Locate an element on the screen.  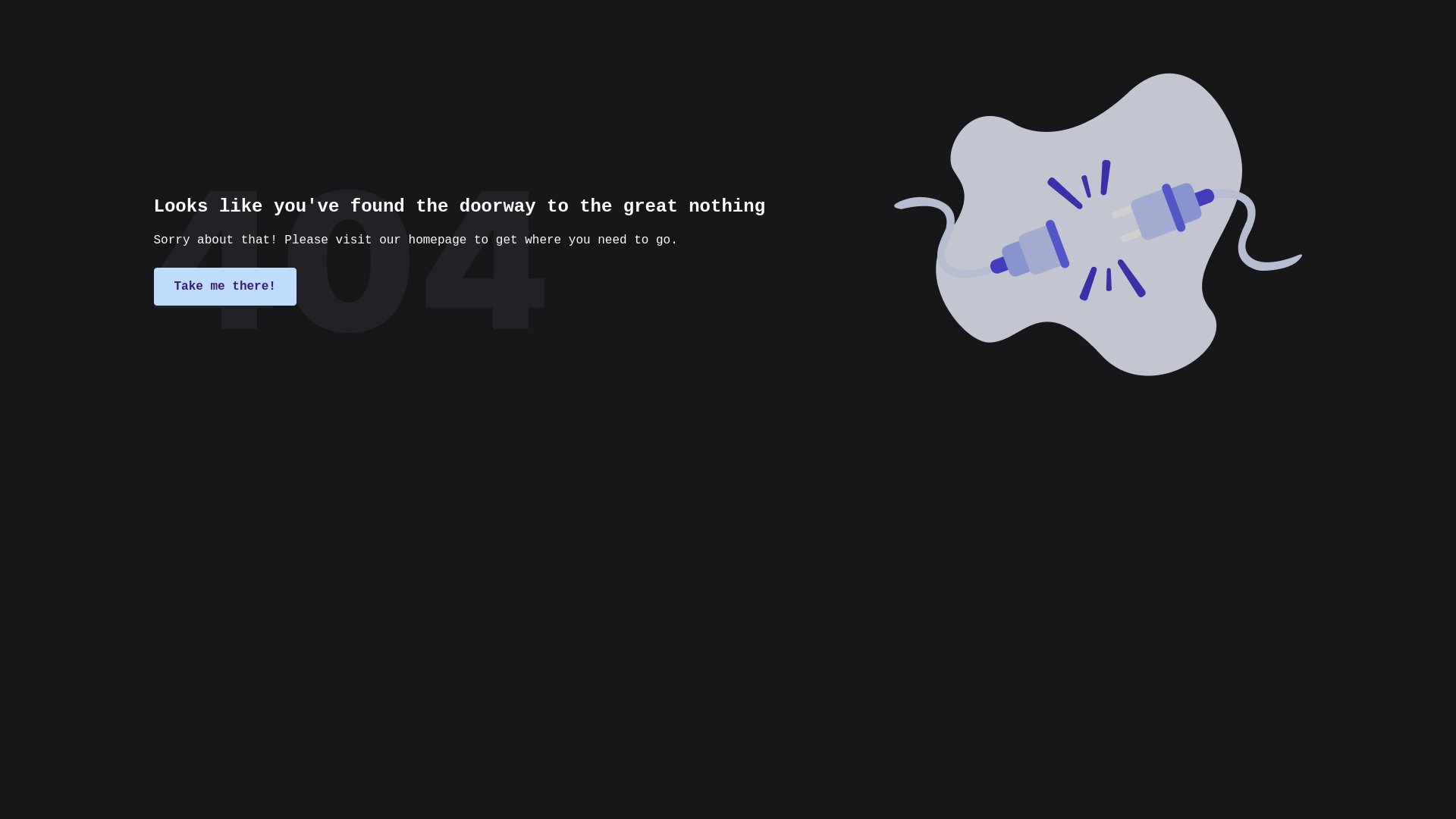
'Take me there!' is located at coordinates (224, 287).